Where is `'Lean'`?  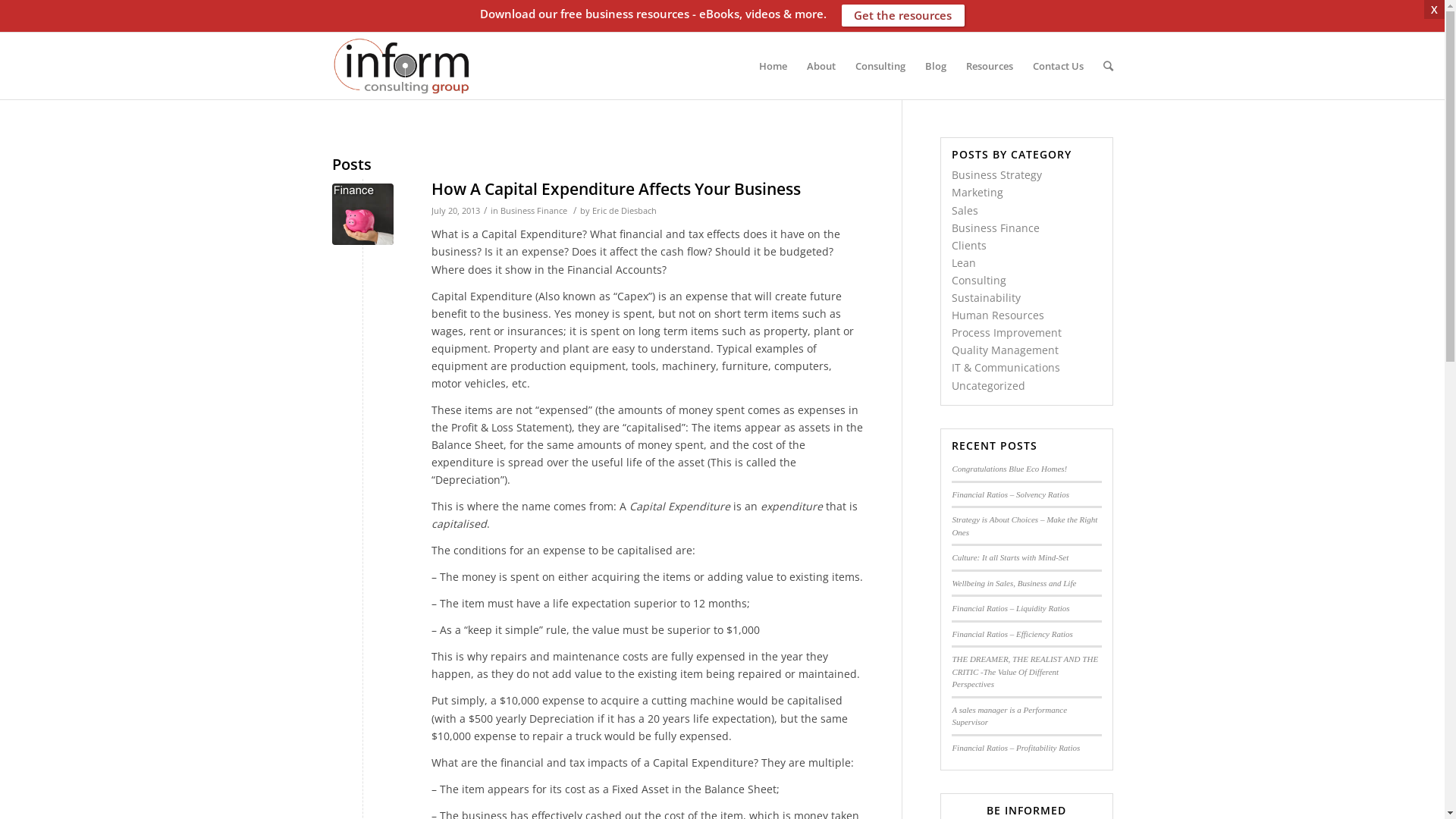 'Lean' is located at coordinates (950, 262).